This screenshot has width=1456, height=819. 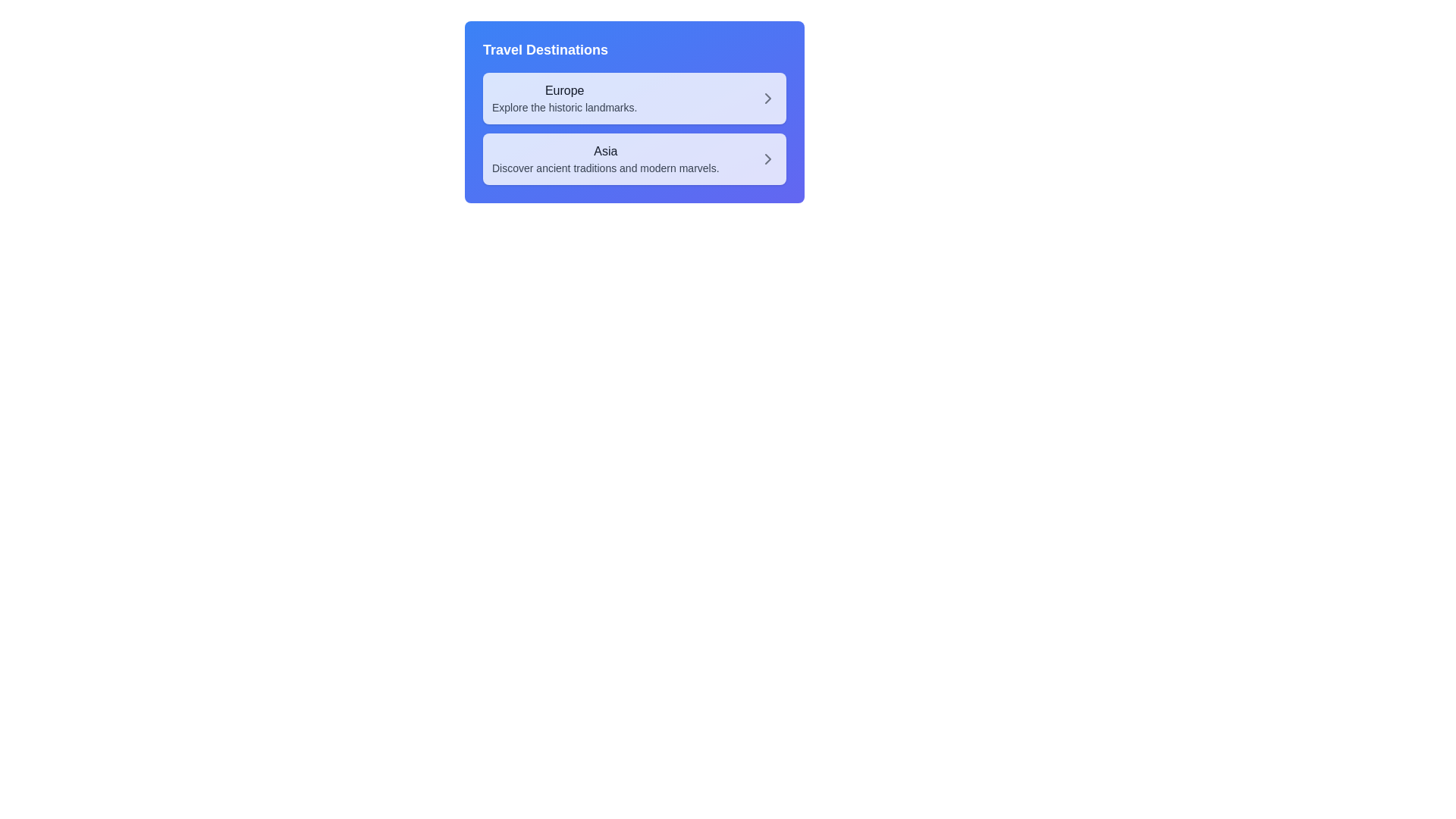 What do you see at coordinates (767, 99) in the screenshot?
I see `the right-facing chevron icon in the 'Europe' section of the 'Travel Destinations' panel` at bounding box center [767, 99].